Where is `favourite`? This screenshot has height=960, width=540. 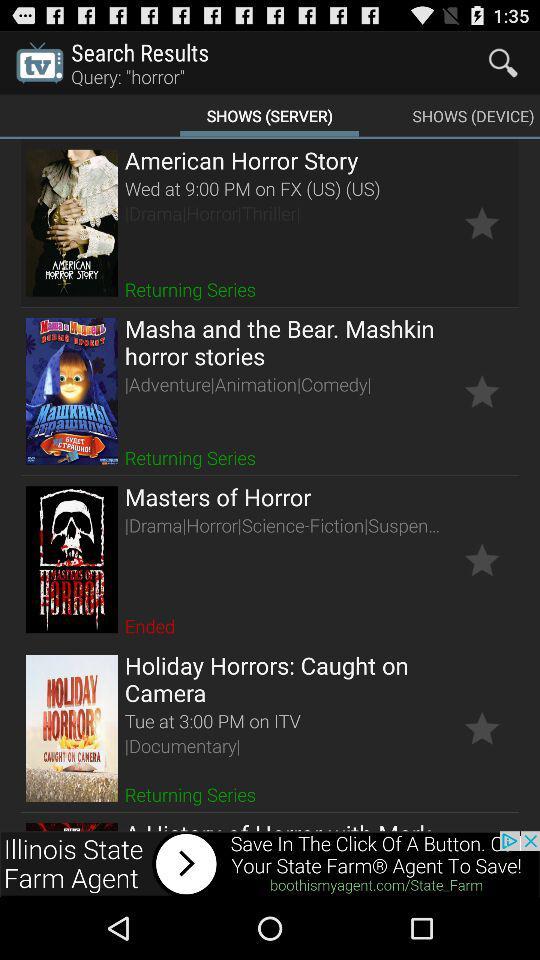 favourite is located at coordinates (481, 559).